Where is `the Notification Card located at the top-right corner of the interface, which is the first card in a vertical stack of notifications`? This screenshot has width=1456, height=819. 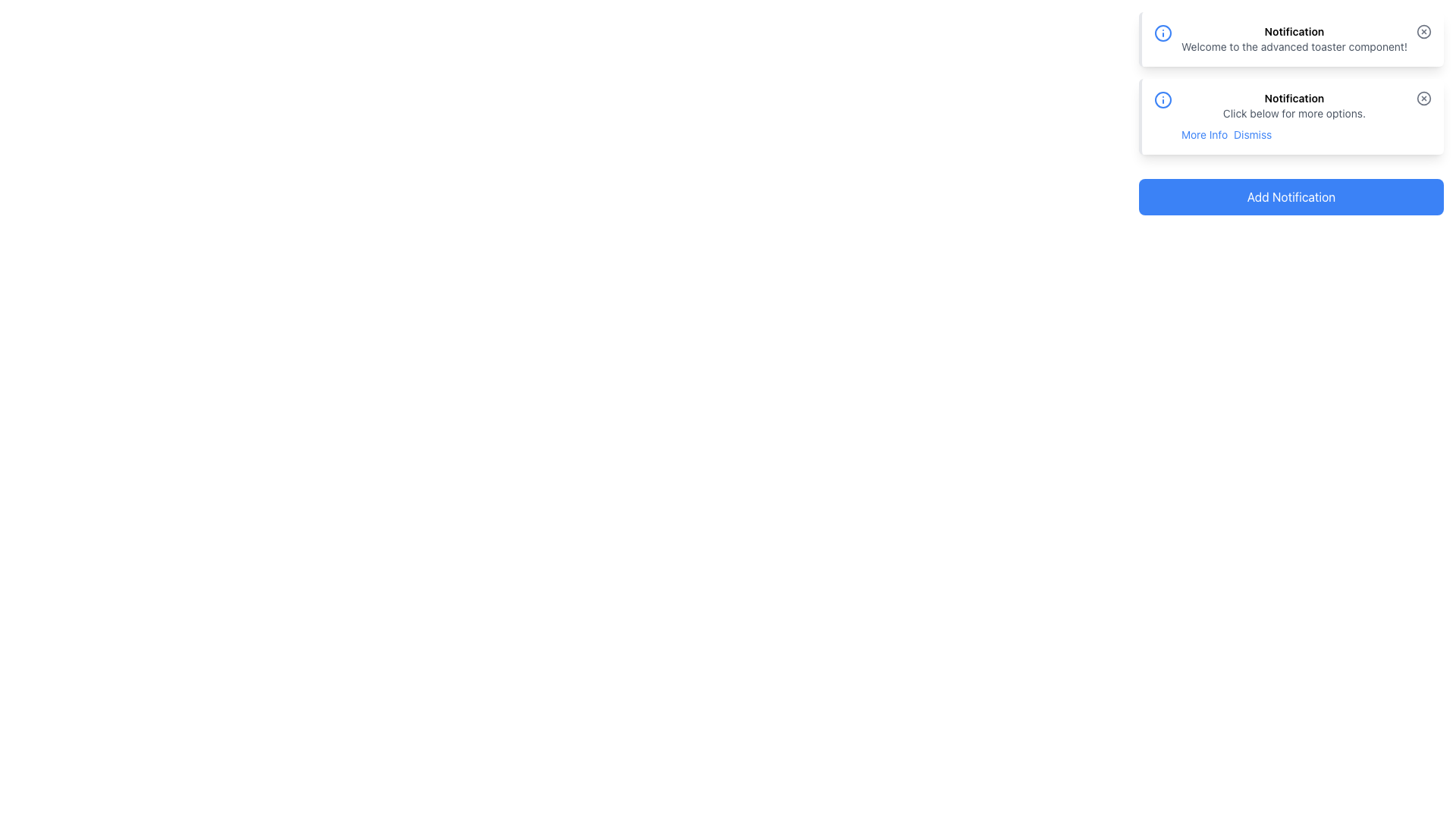
the Notification Card located at the top-right corner of the interface, which is the first card in a vertical stack of notifications is located at coordinates (1291, 38).